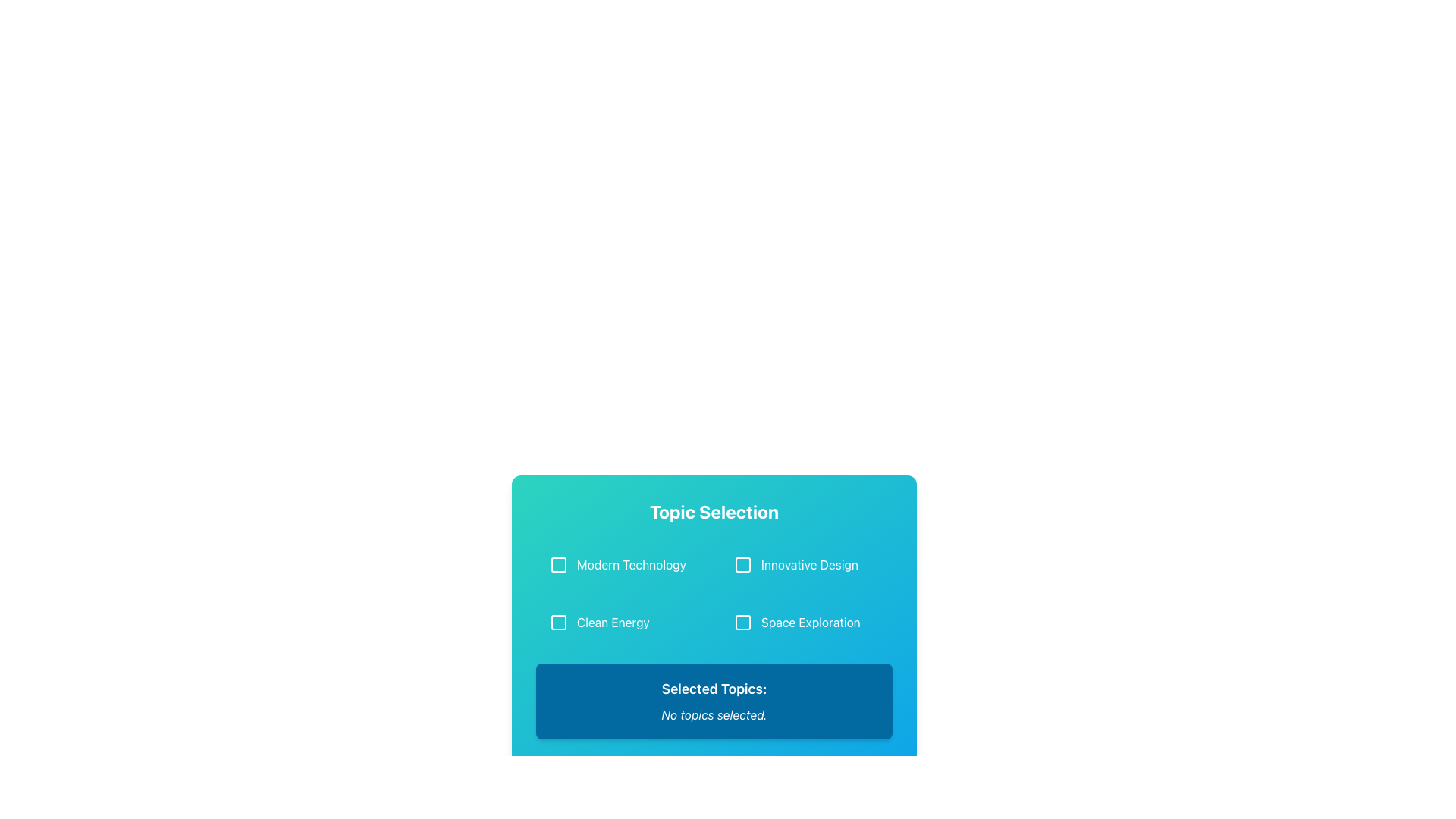  What do you see at coordinates (742, 623) in the screenshot?
I see `the checkbox for 'Space Exploration' located in the bottom-right quadrant of the Topic Selection card` at bounding box center [742, 623].